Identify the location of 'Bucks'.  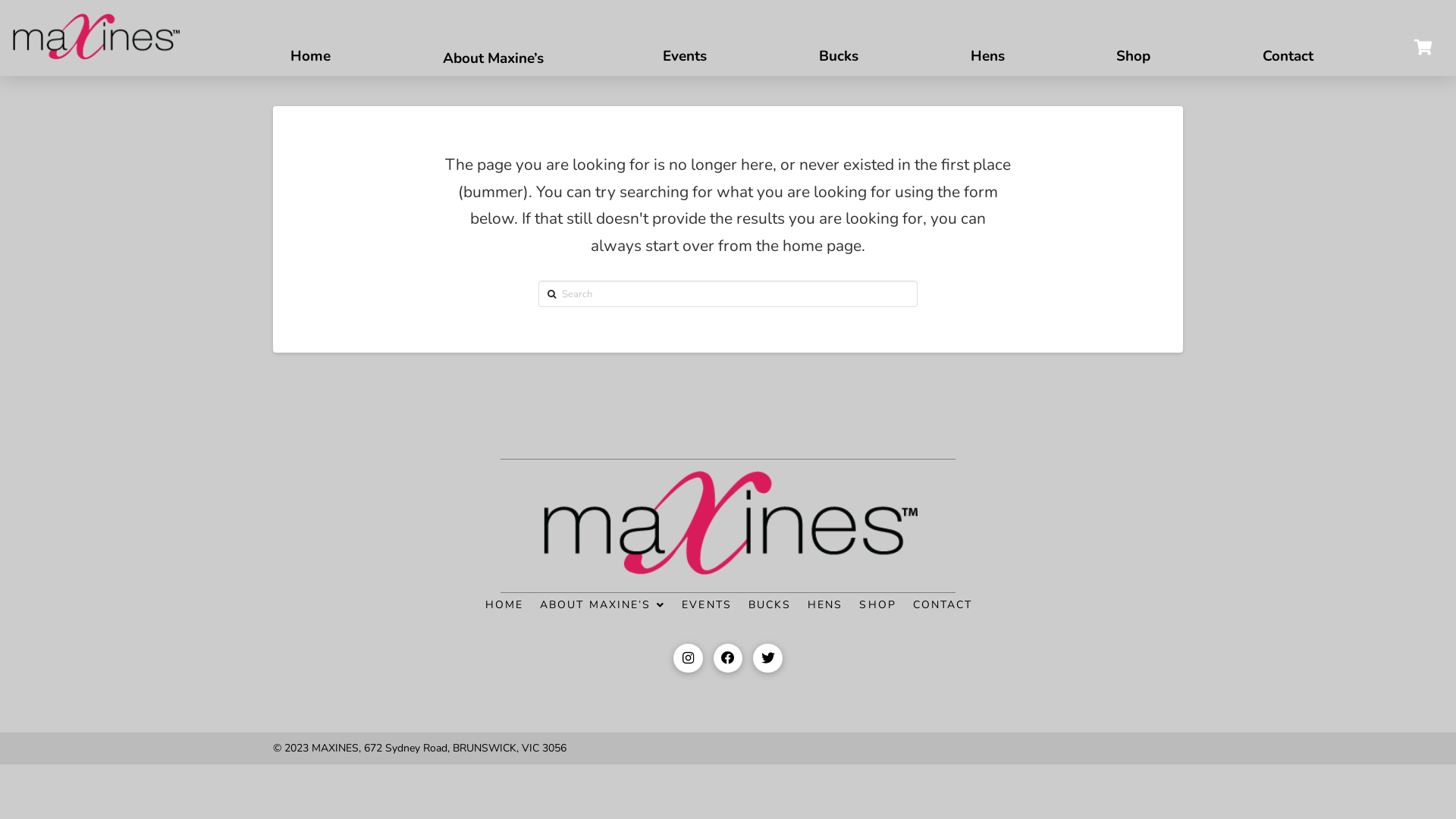
(837, 47).